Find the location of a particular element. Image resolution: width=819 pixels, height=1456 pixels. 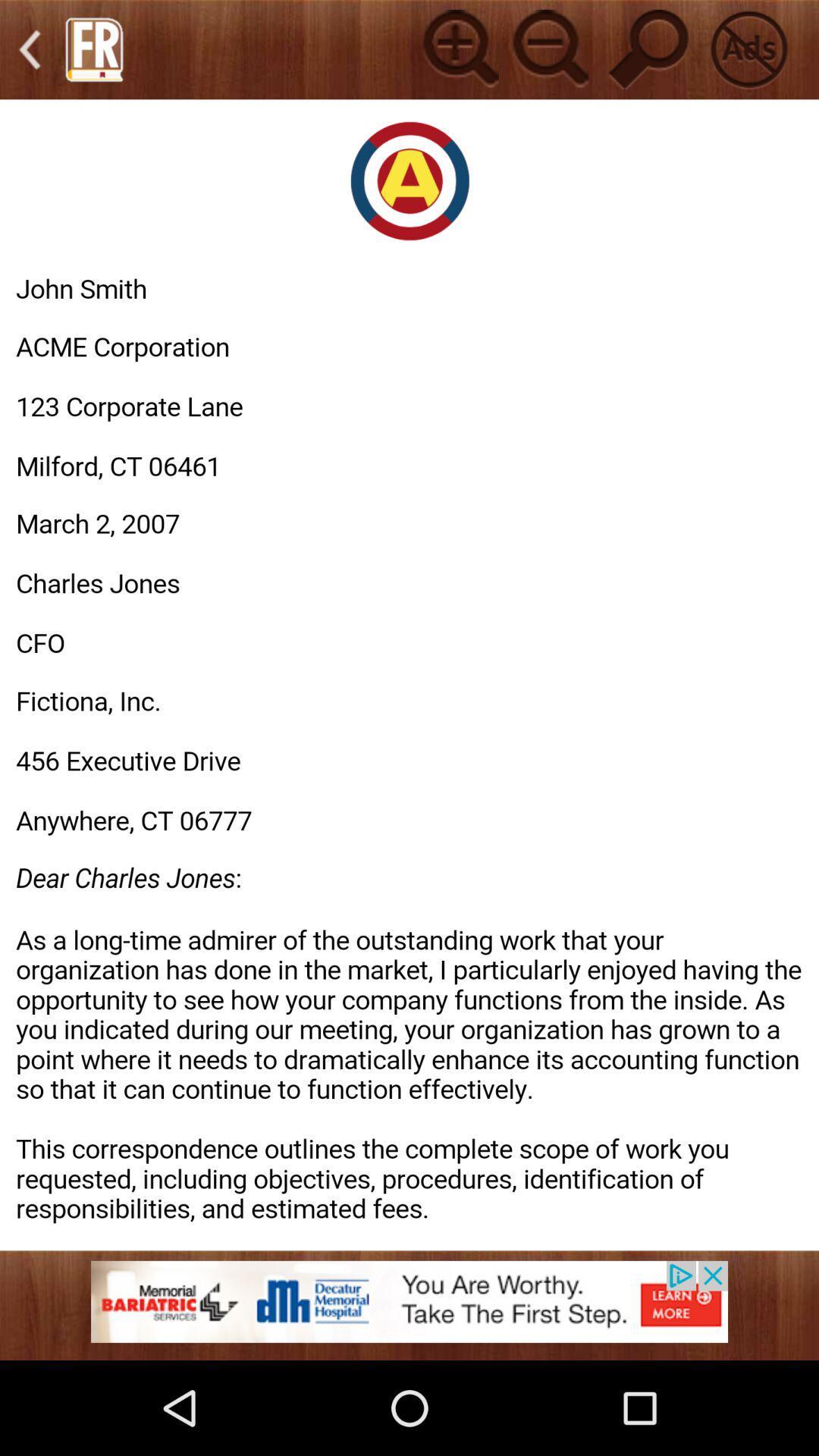

the book icon is located at coordinates (94, 53).